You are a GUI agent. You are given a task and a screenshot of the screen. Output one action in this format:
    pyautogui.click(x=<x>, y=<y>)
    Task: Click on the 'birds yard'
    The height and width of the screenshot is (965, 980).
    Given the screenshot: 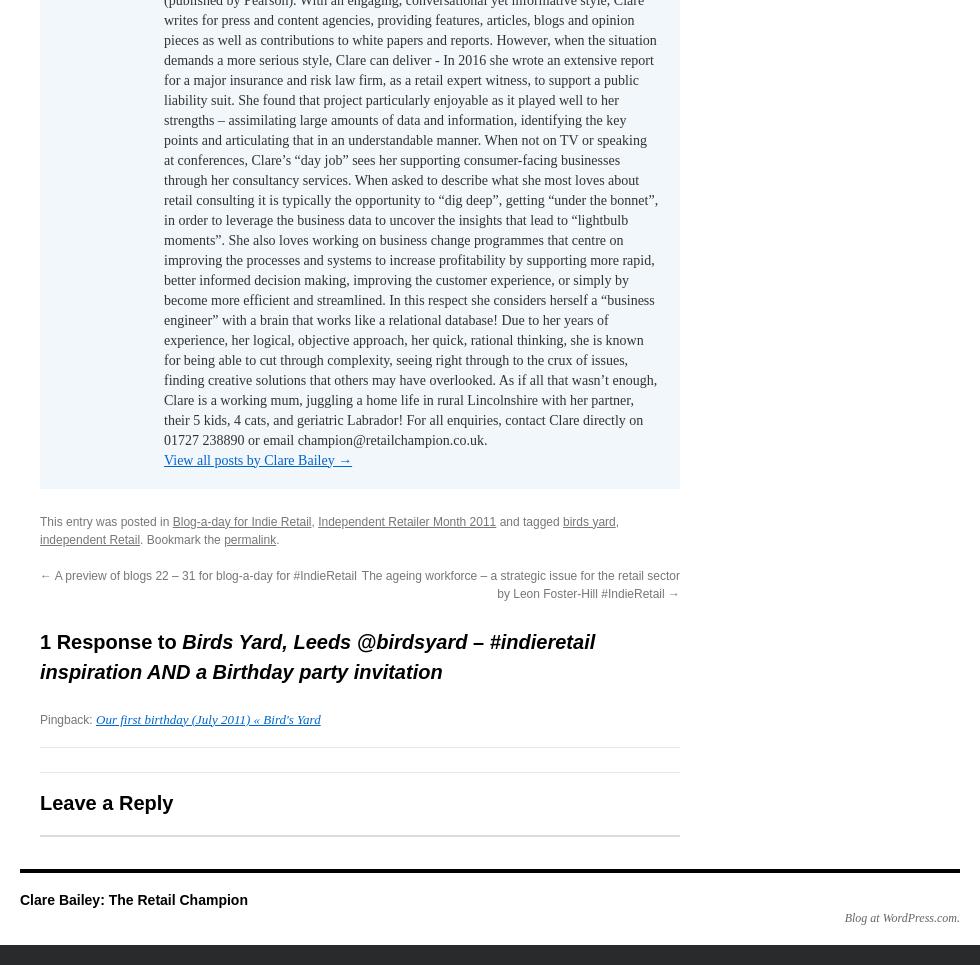 What is the action you would take?
    pyautogui.click(x=588, y=520)
    